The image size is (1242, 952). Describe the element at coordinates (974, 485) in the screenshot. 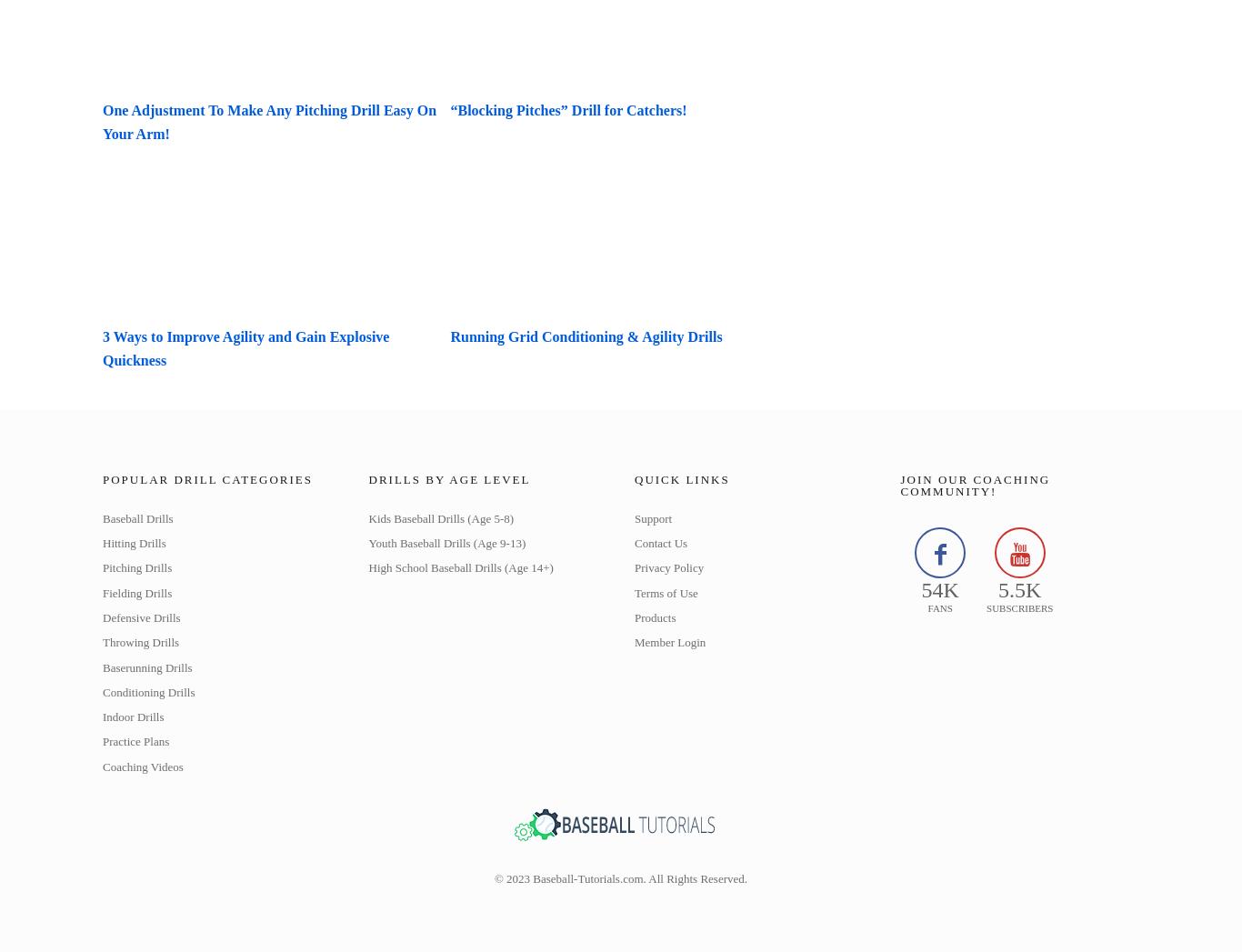

I see `'Join Our Coaching Community!'` at that location.